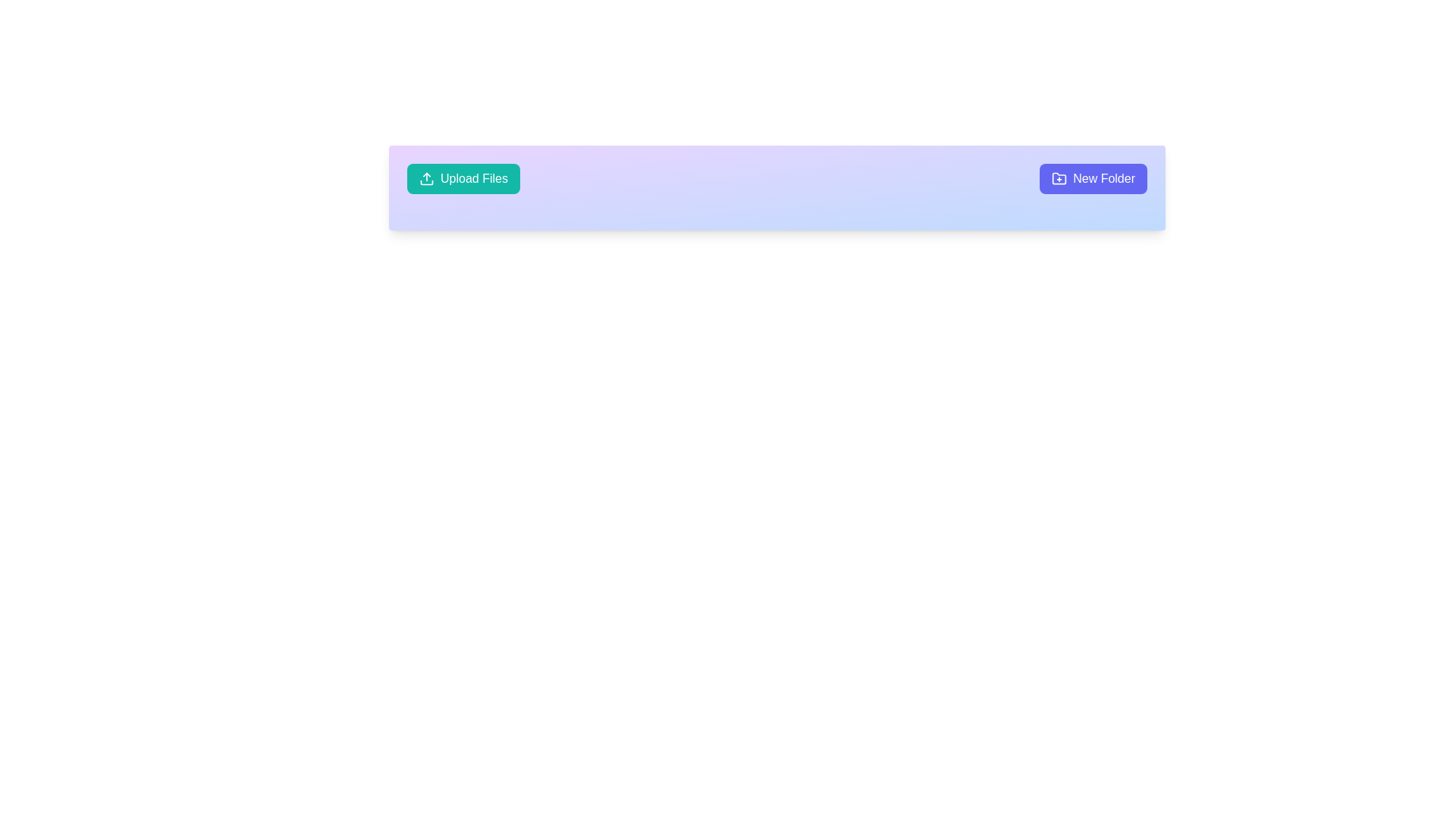 The width and height of the screenshot is (1456, 819). I want to click on the upload icon, which is a small teal icon with an upward arrow within a semi-circle, located to the left of the 'Upload Files' button on the toolbar, so click(425, 177).